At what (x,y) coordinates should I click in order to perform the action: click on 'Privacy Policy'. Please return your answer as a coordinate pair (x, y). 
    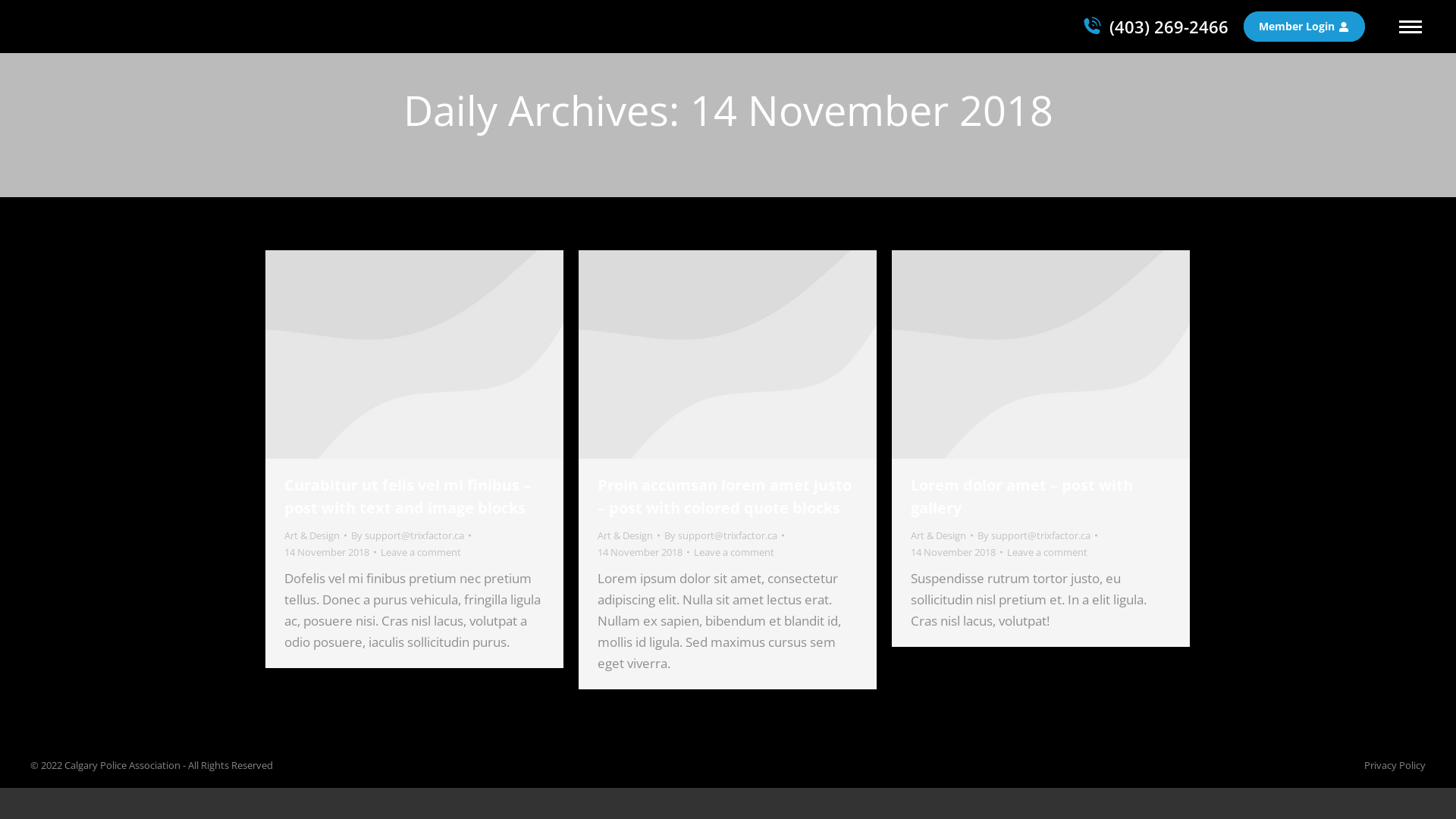
    Looking at the image, I should click on (1395, 765).